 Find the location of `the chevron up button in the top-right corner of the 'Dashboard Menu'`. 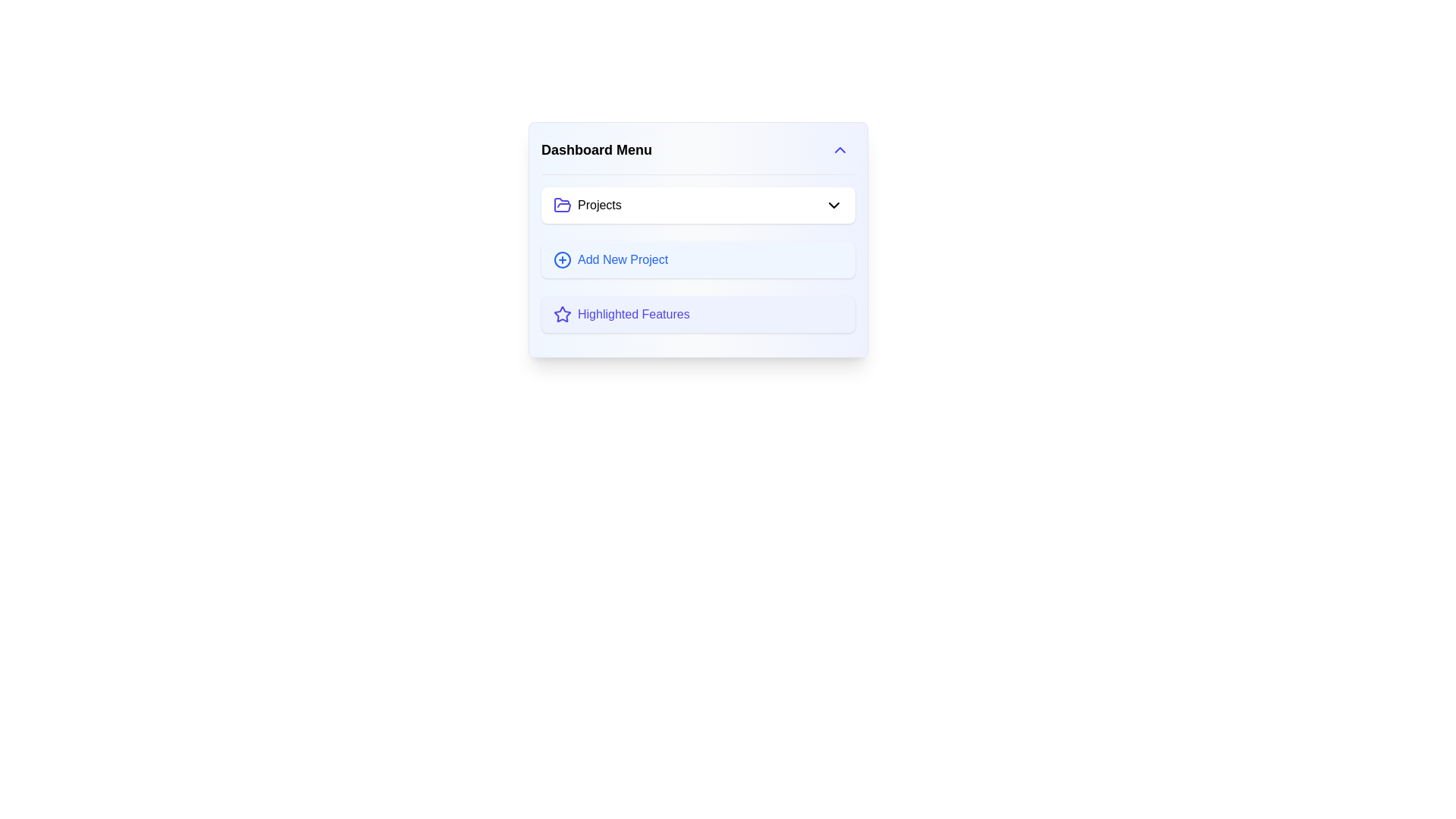

the chevron up button in the top-right corner of the 'Dashboard Menu' is located at coordinates (839, 149).